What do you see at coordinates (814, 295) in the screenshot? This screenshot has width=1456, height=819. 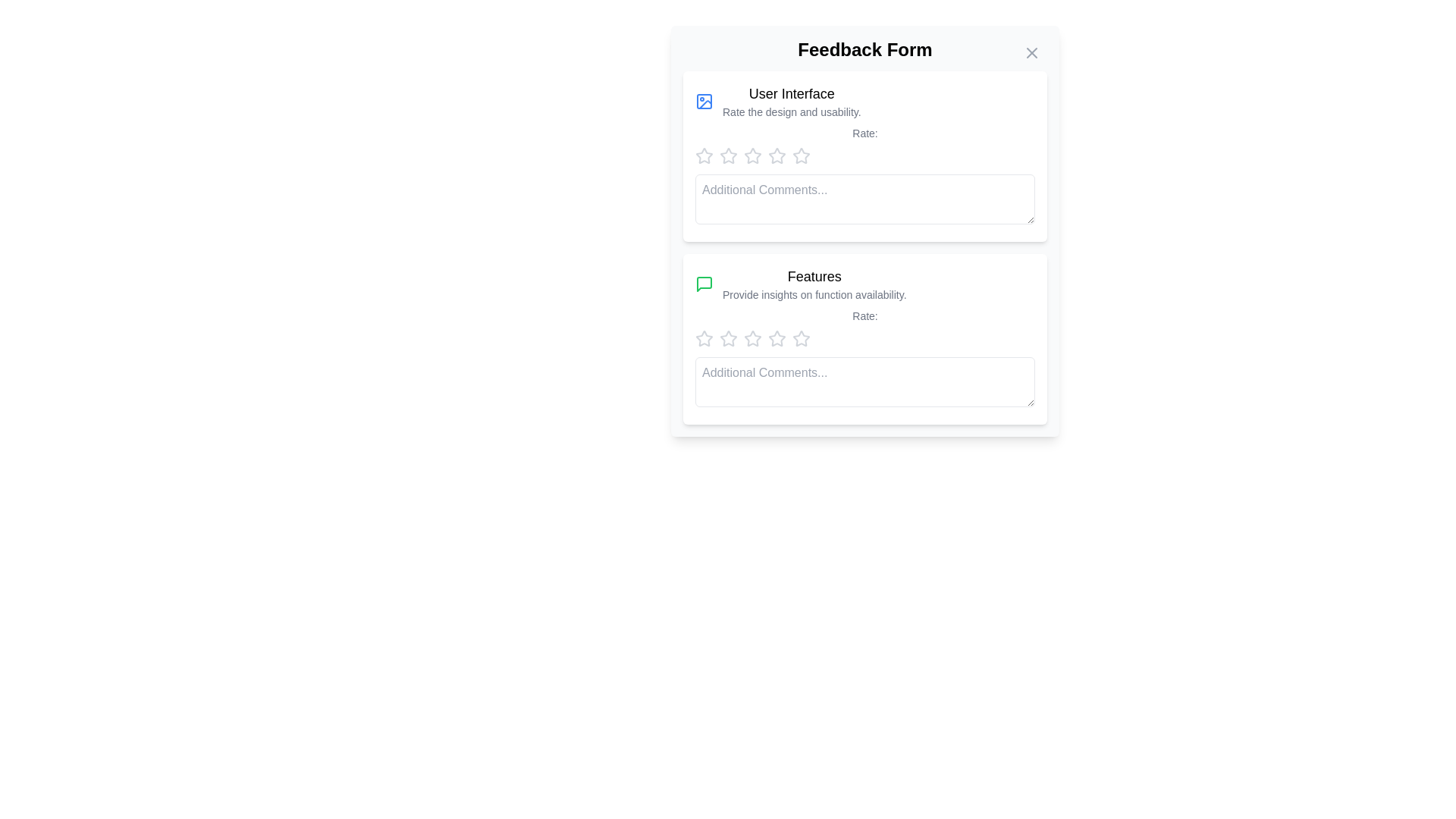 I see `instruction from the text label that says 'Provide insights on function availability.' located below the title 'Features' in the second feedback section of the form` at bounding box center [814, 295].